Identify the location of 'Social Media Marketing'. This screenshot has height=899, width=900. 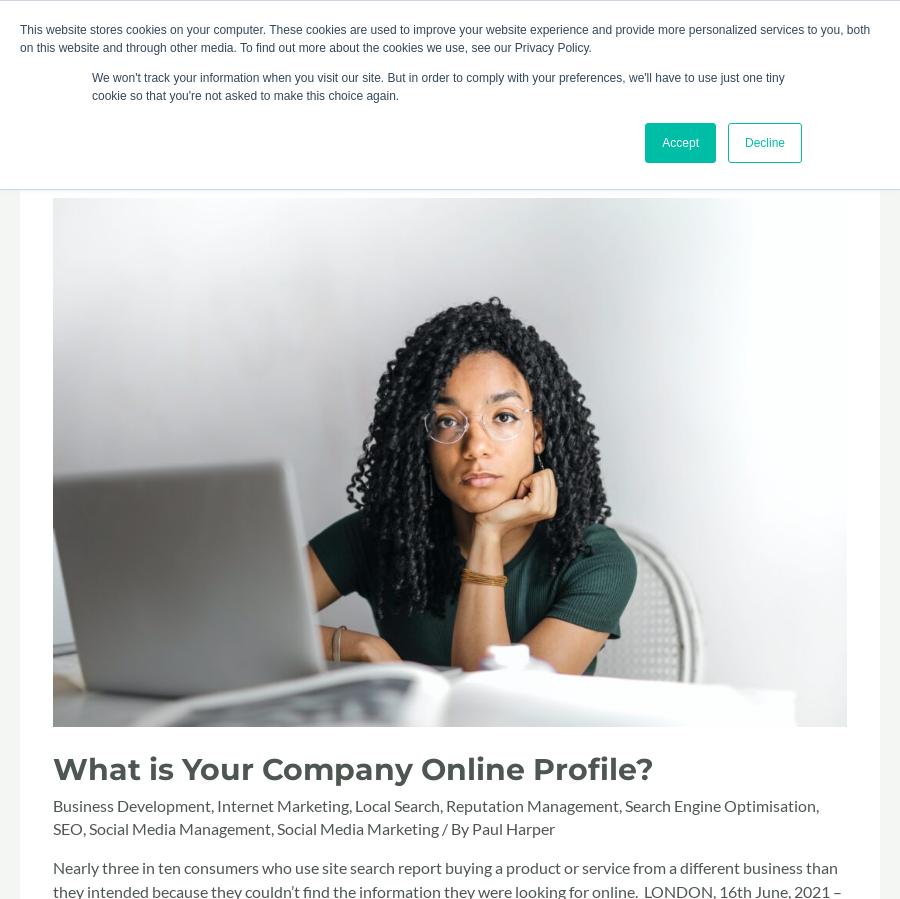
(276, 827).